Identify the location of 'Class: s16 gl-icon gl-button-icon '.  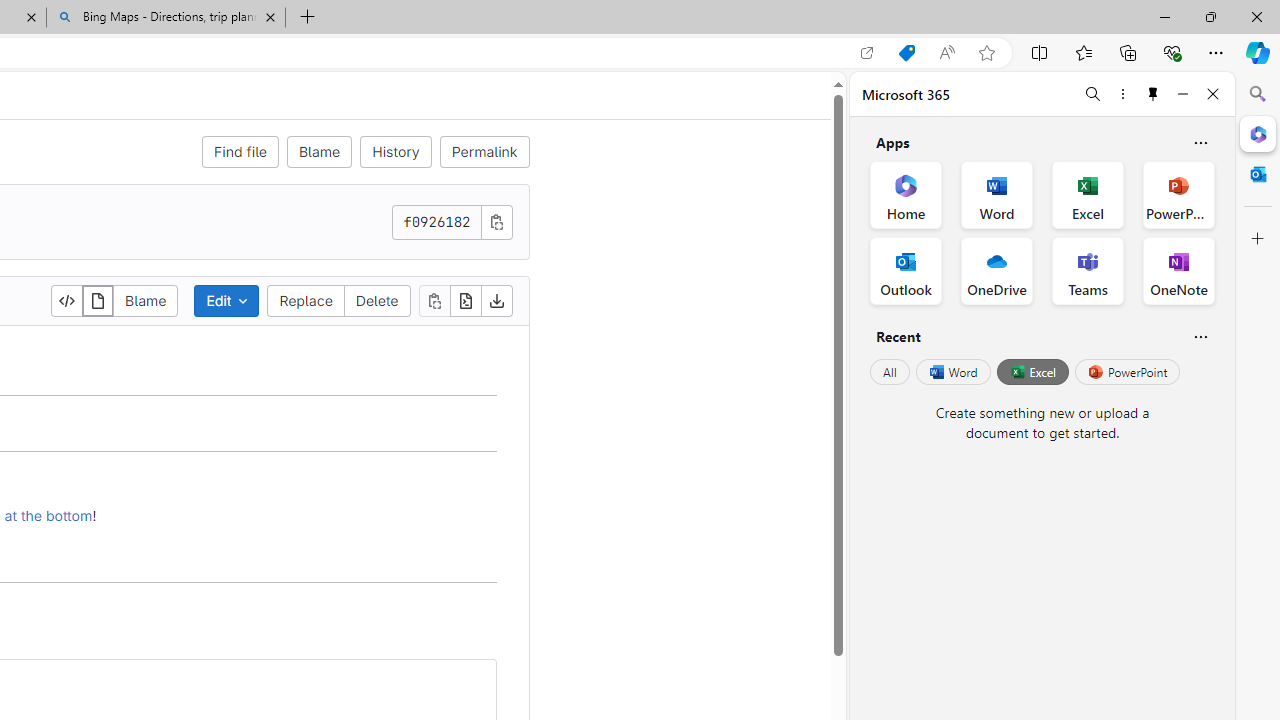
(496, 221).